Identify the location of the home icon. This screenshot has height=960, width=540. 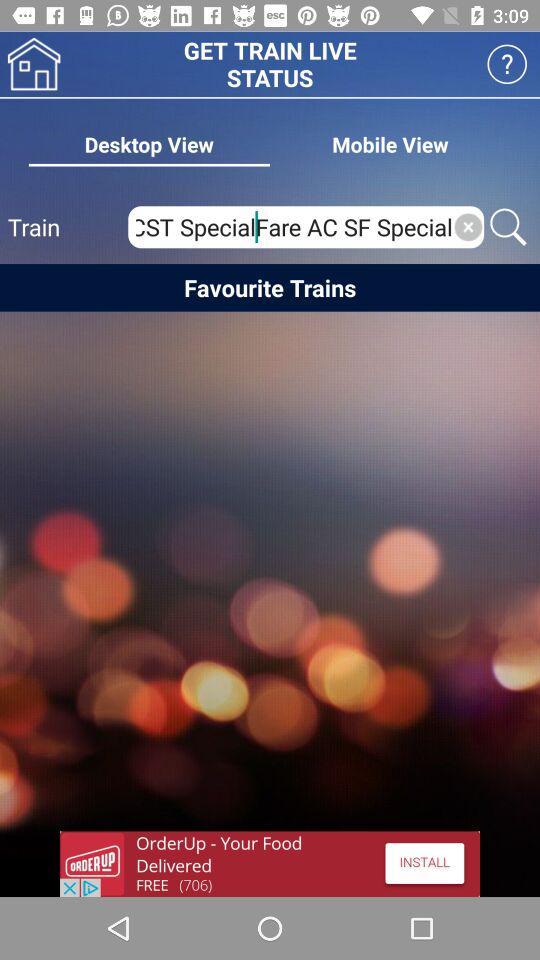
(33, 64).